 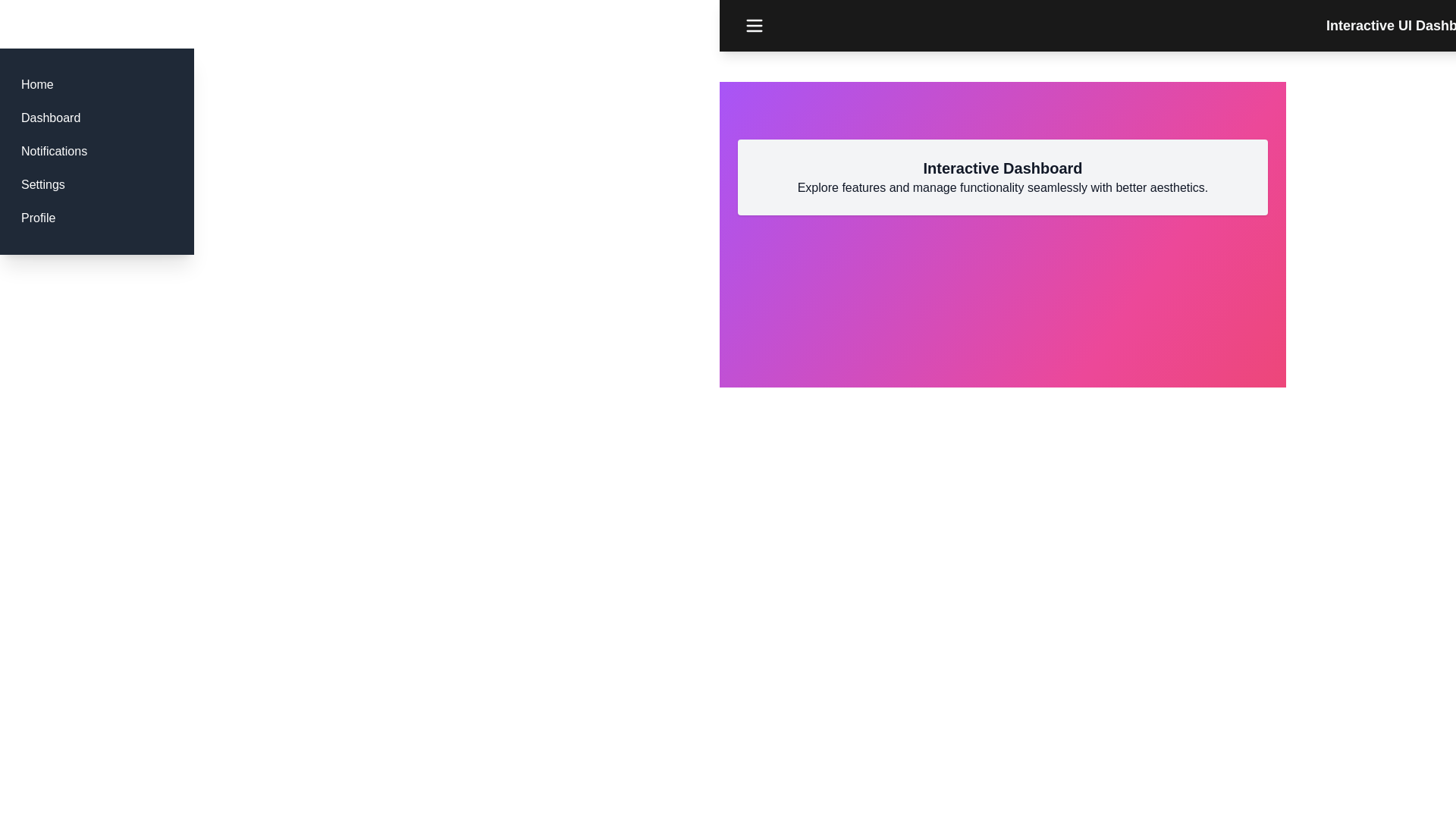 What do you see at coordinates (38, 218) in the screenshot?
I see `the menu item Profile from the side navigation menu` at bounding box center [38, 218].